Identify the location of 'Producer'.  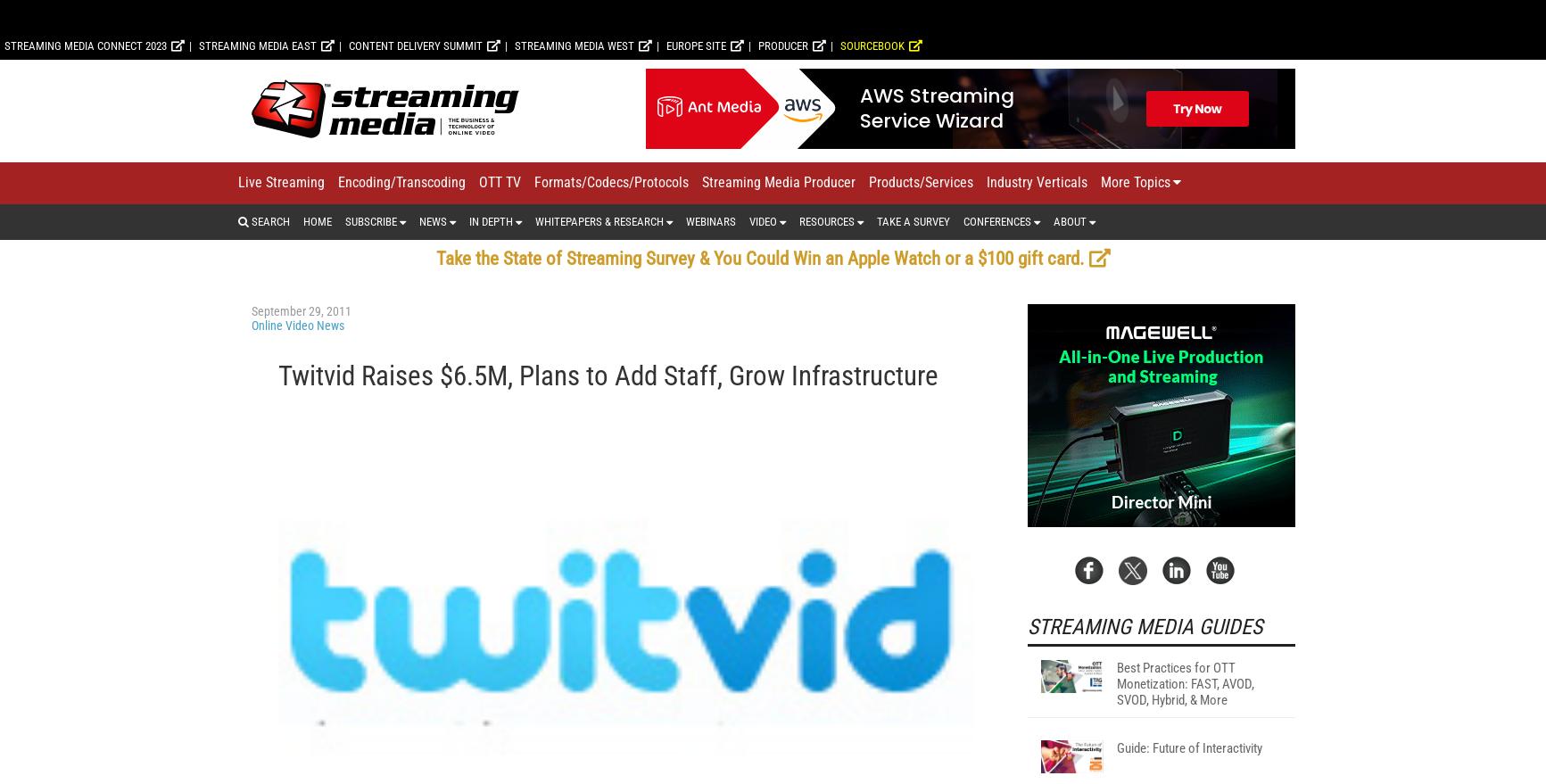
(781, 278).